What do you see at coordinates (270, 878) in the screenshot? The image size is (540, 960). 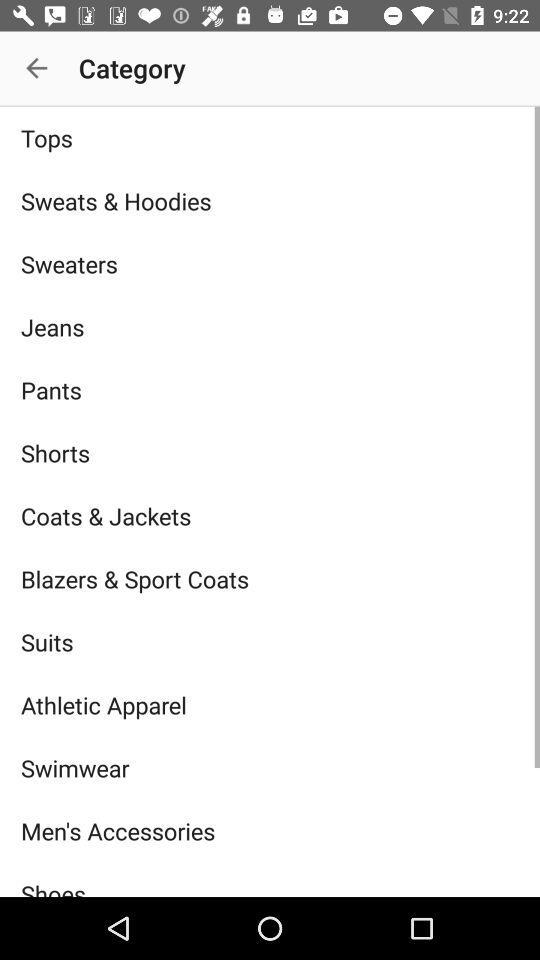 I see `shoes item` at bounding box center [270, 878].